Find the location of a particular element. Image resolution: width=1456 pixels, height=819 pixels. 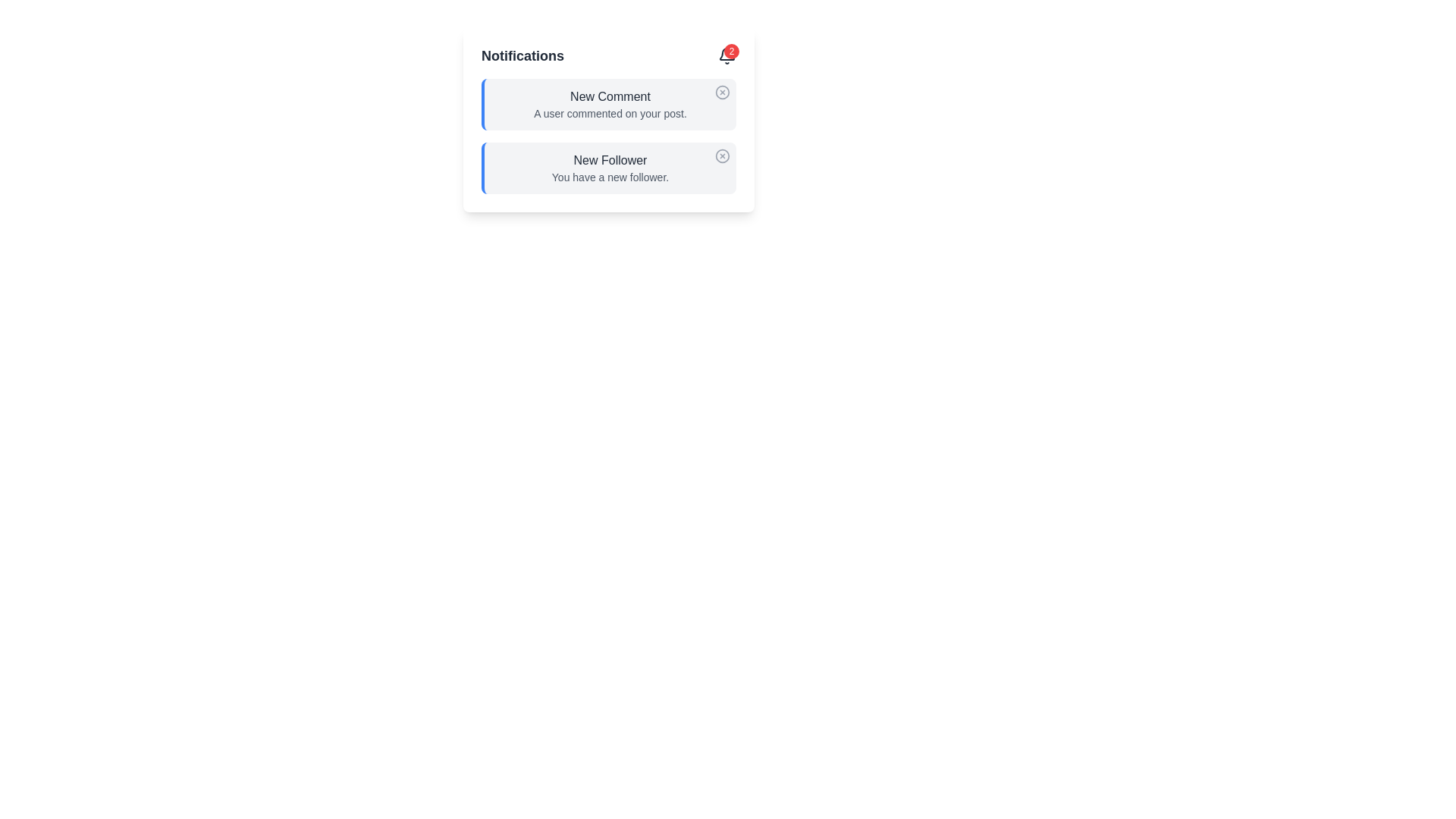

the close button located is located at coordinates (722, 155).